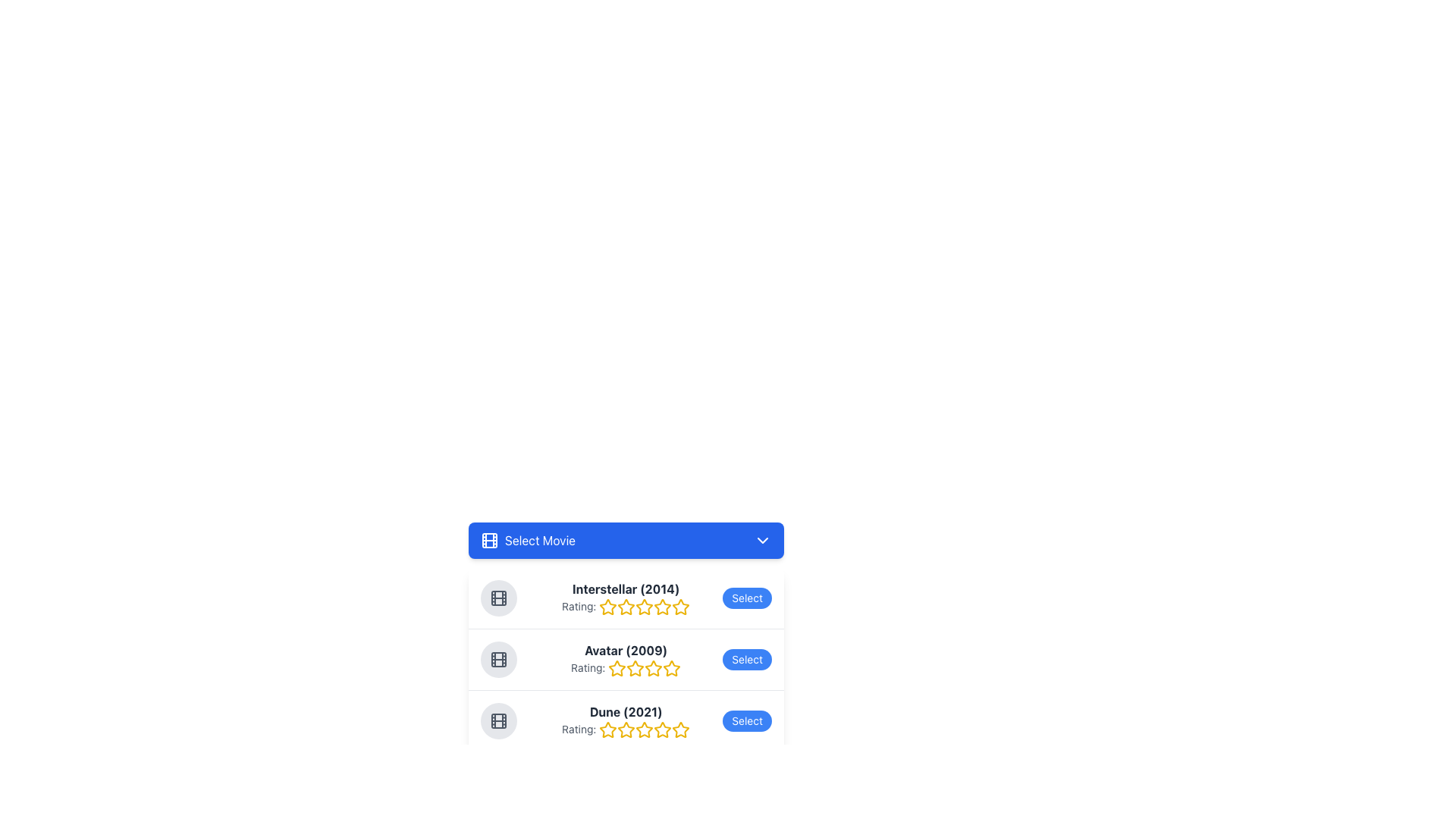  I want to click on the fifth star in the rating system for the movie 'Dune (2021)' to set or modify the rating, so click(680, 729).